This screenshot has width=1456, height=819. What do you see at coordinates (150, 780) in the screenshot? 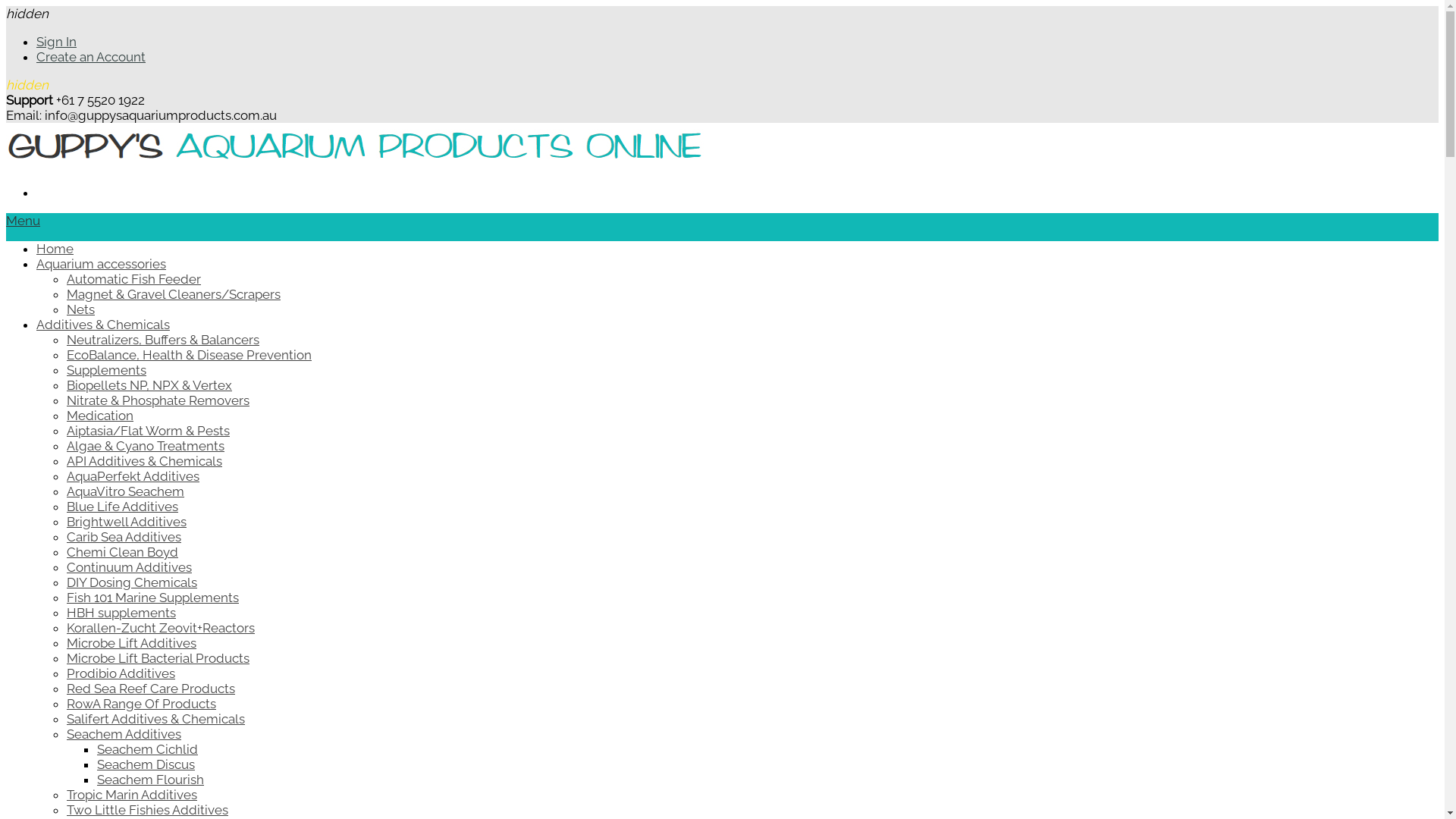
I see `'Seachem Flourish'` at bounding box center [150, 780].